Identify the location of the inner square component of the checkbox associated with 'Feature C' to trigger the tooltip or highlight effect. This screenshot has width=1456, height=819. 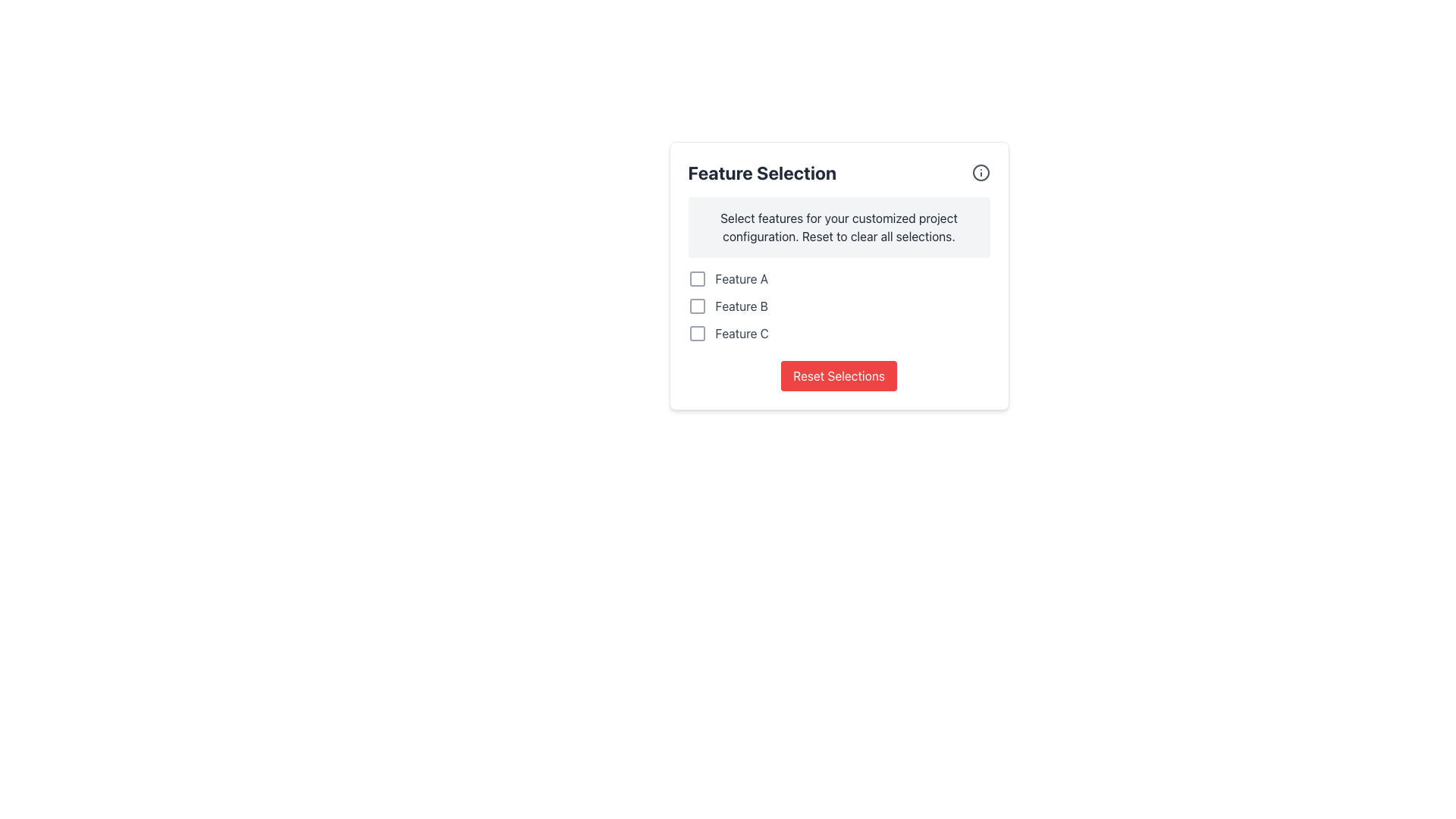
(696, 332).